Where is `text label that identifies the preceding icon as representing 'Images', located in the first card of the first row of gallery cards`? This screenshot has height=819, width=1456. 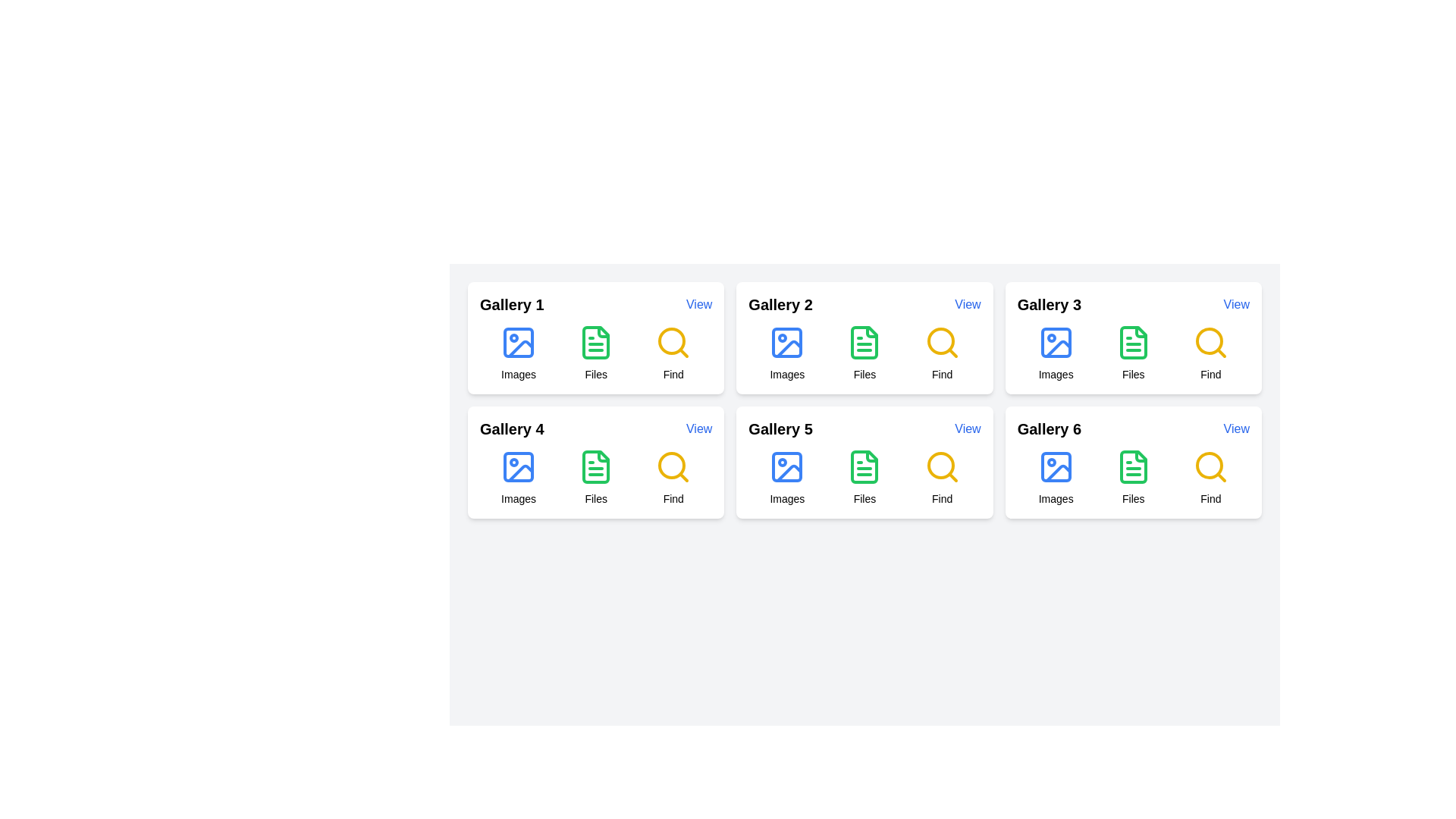
text label that identifies the preceding icon as representing 'Images', located in the first card of the first row of gallery cards is located at coordinates (519, 374).